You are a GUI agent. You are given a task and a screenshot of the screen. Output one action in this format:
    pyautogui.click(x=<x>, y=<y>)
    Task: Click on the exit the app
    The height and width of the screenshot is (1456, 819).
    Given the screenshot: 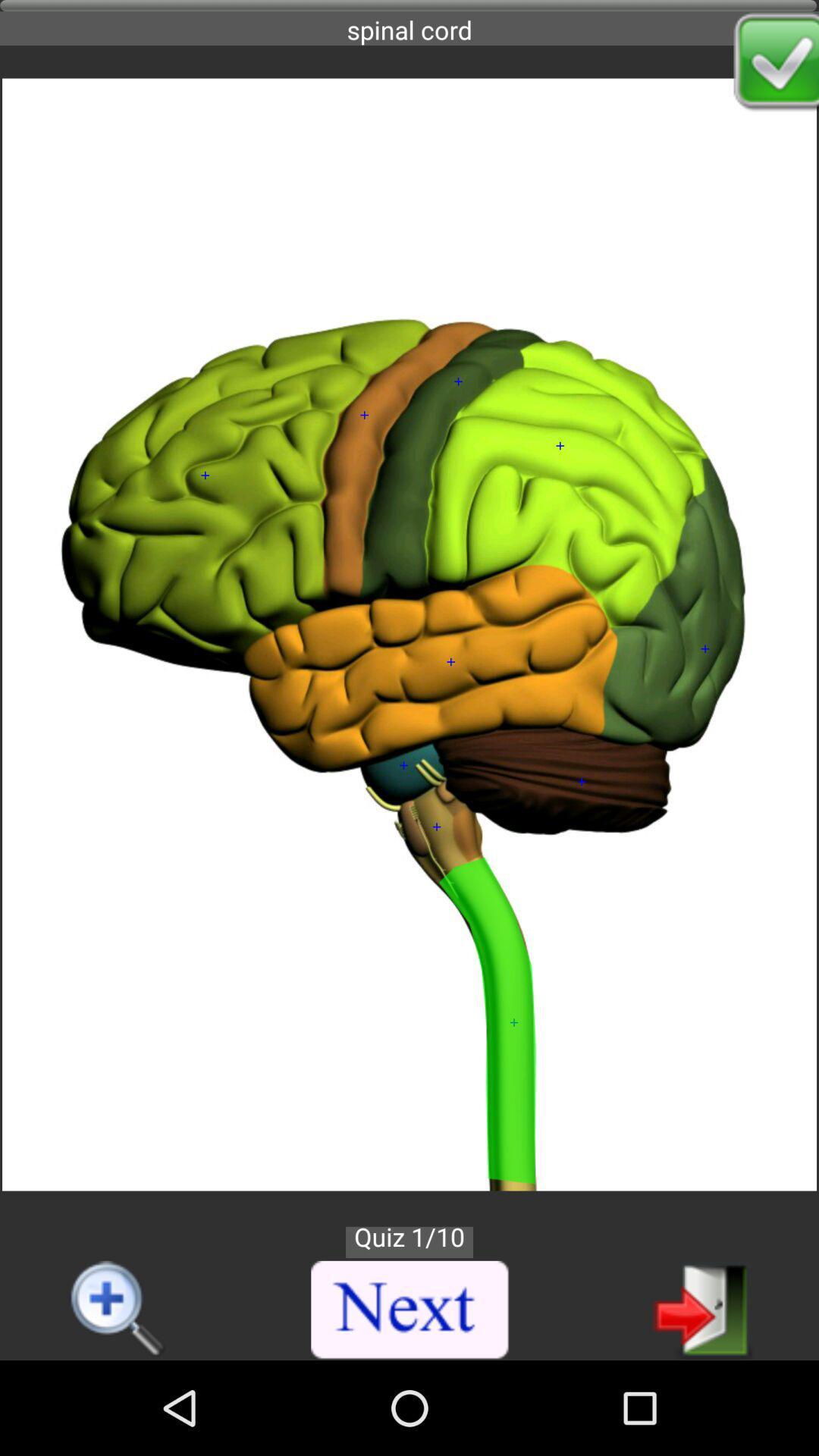 What is the action you would take?
    pyautogui.click(x=702, y=1308)
    